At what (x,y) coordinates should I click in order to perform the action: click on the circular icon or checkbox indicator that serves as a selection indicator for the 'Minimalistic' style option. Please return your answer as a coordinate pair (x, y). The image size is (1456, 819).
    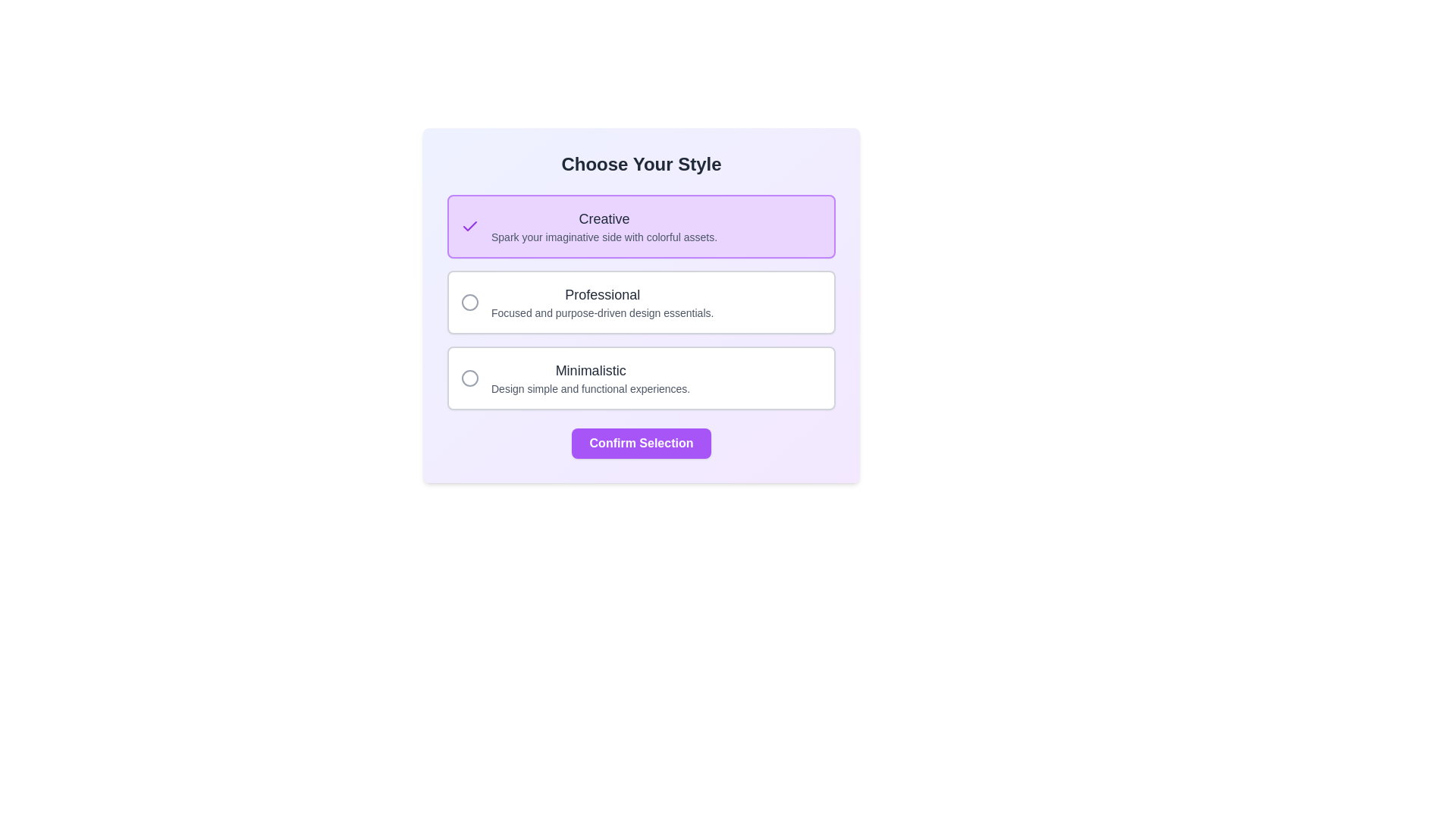
    Looking at the image, I should click on (469, 377).